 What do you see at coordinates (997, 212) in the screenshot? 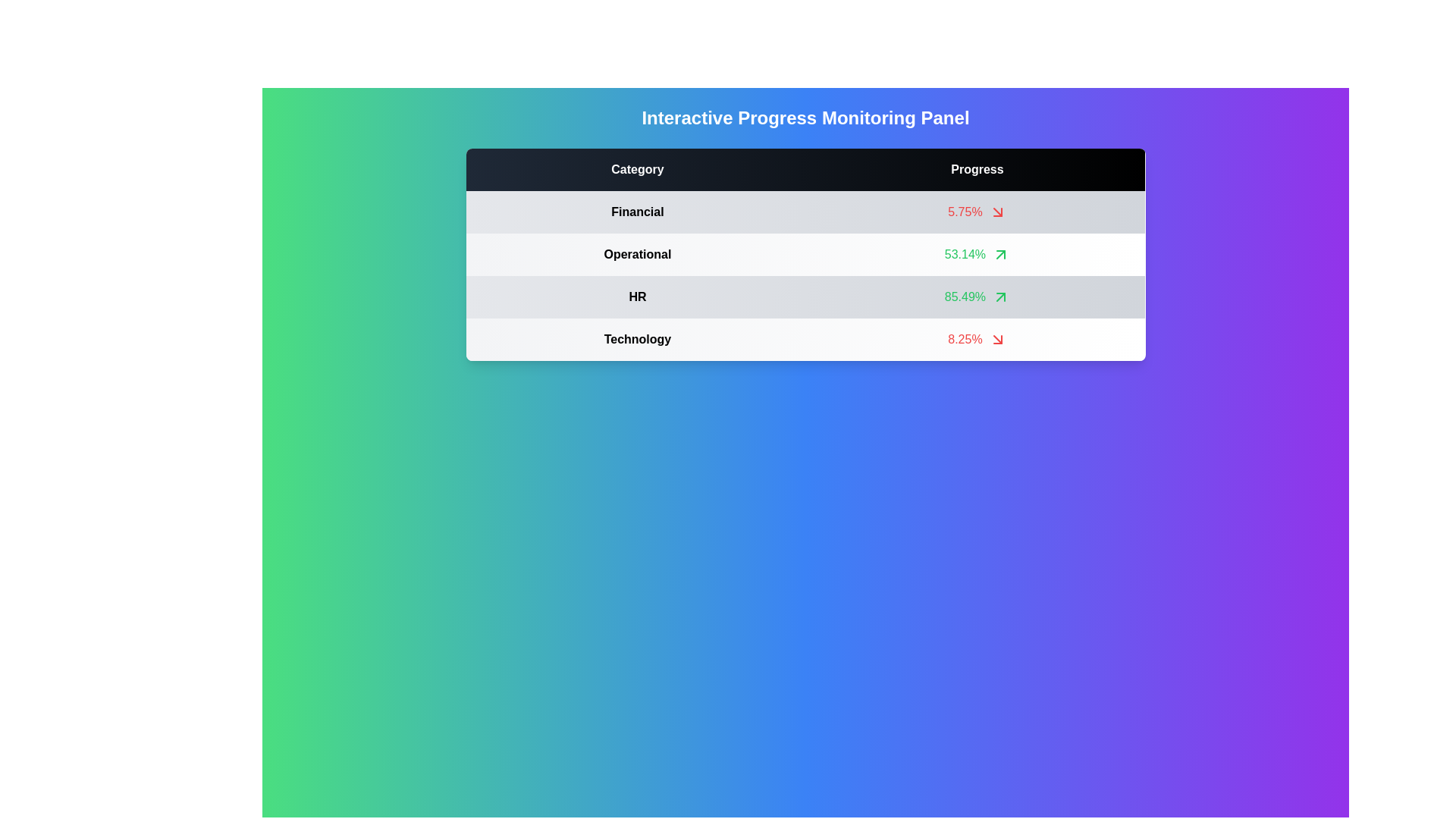
I see `the arrow indicator next to the progress value for the category Financial` at bounding box center [997, 212].